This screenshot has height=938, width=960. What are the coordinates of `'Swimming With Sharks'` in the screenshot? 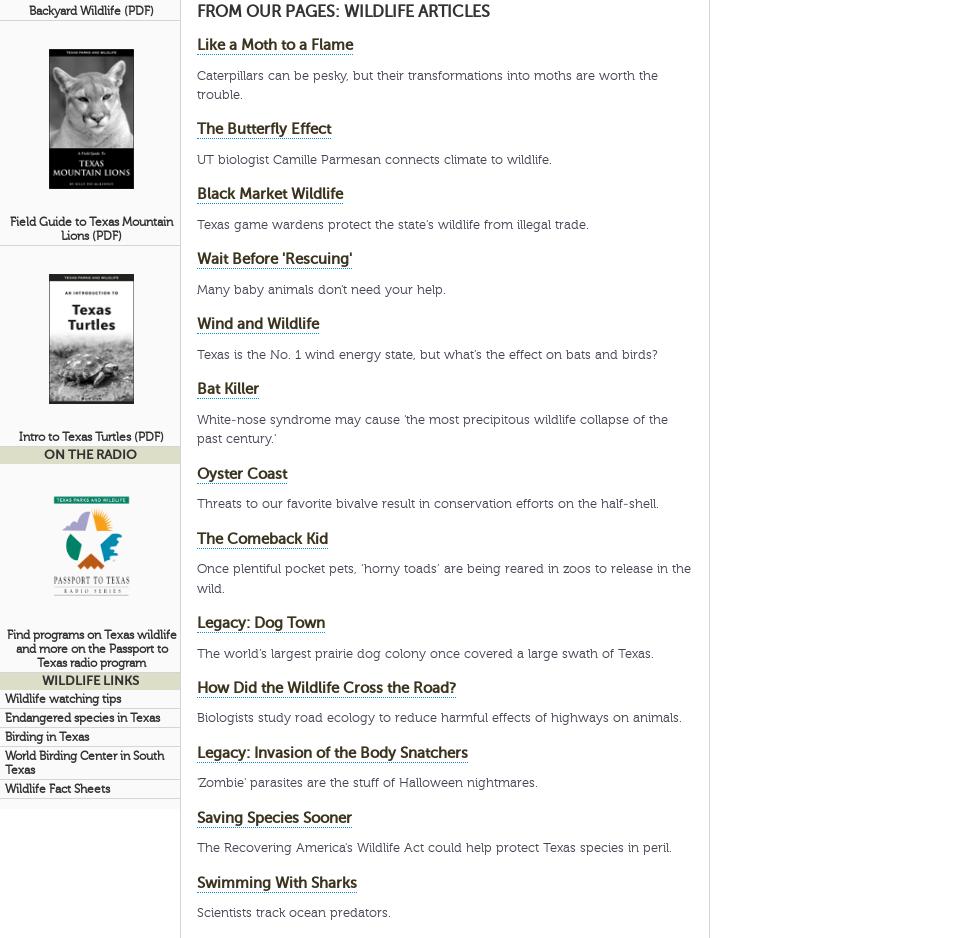 It's located at (275, 882).